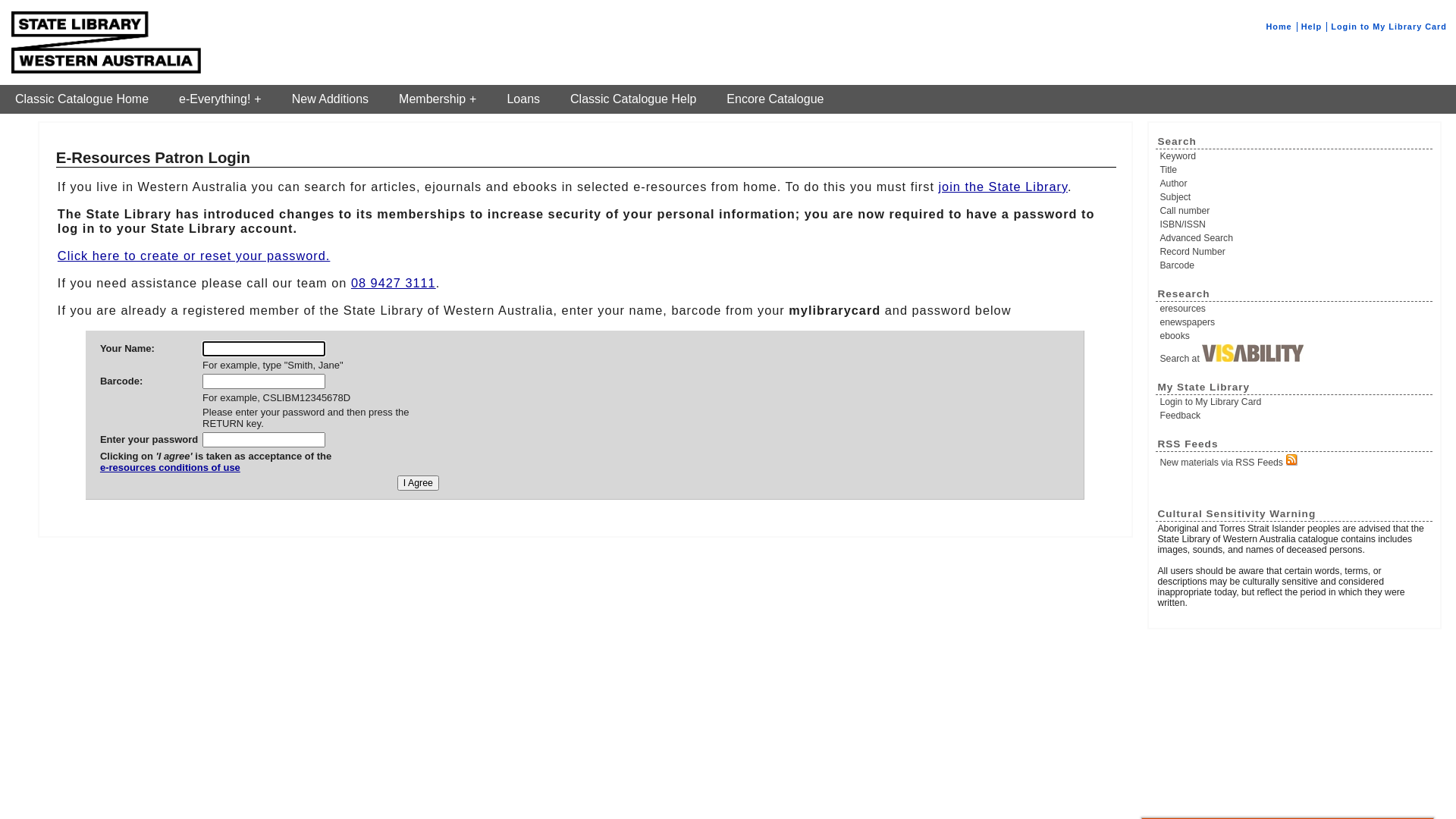  Describe the element at coordinates (193, 254) in the screenshot. I see `'Click here to create or reset your password.'` at that location.